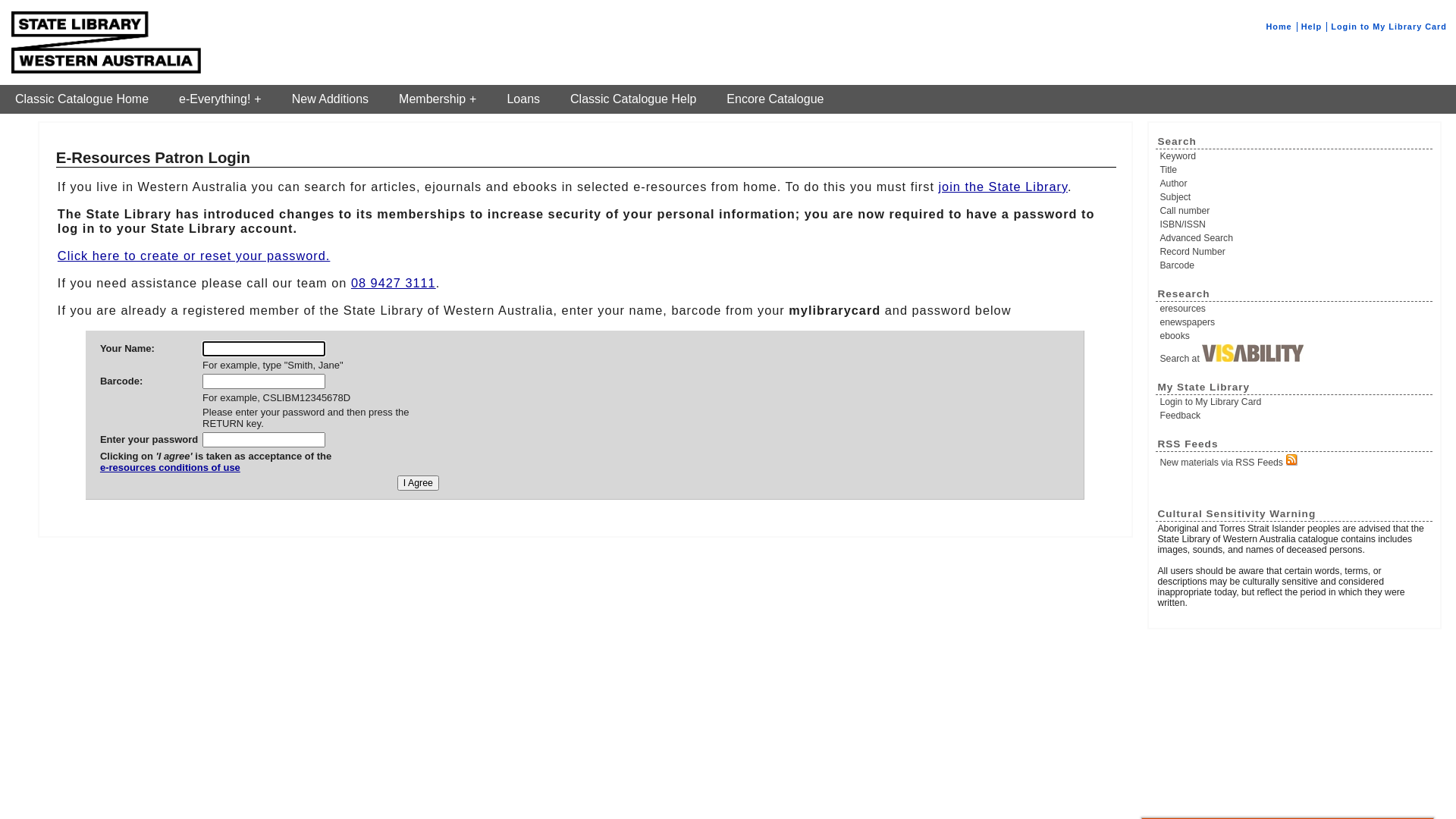  Describe the element at coordinates (193, 254) in the screenshot. I see `'Click here to create or reset your password.'` at that location.